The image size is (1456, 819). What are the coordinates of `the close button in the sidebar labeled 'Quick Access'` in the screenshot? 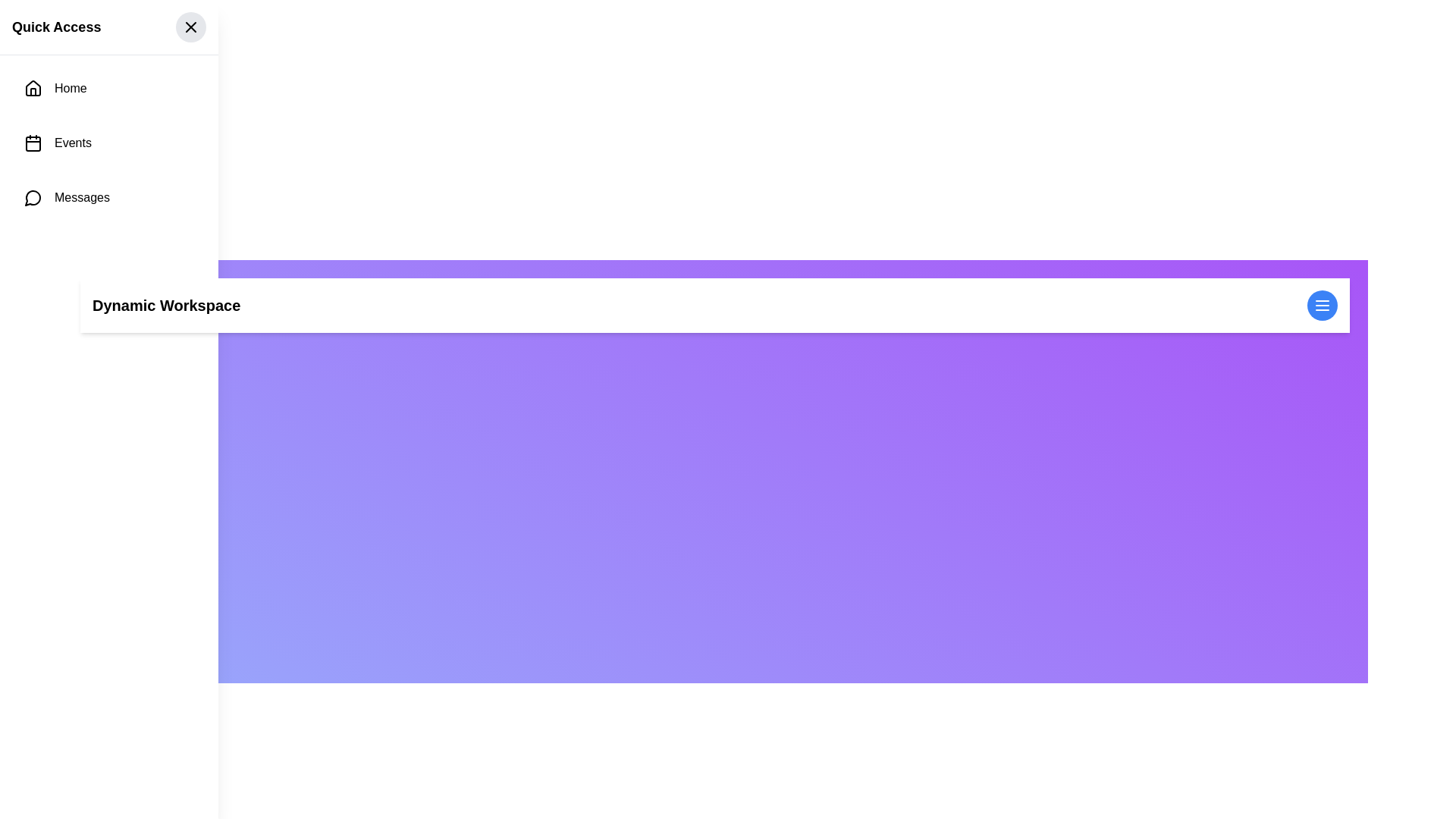 It's located at (190, 27).